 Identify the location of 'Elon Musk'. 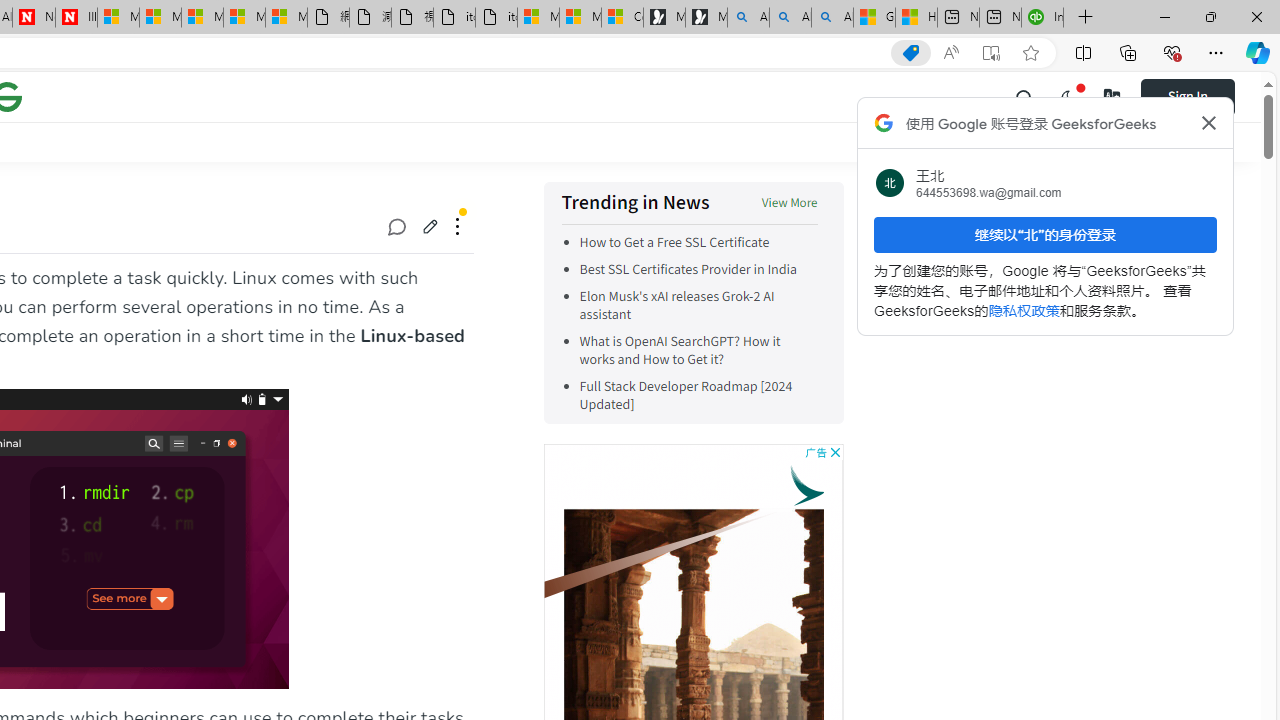
(676, 306).